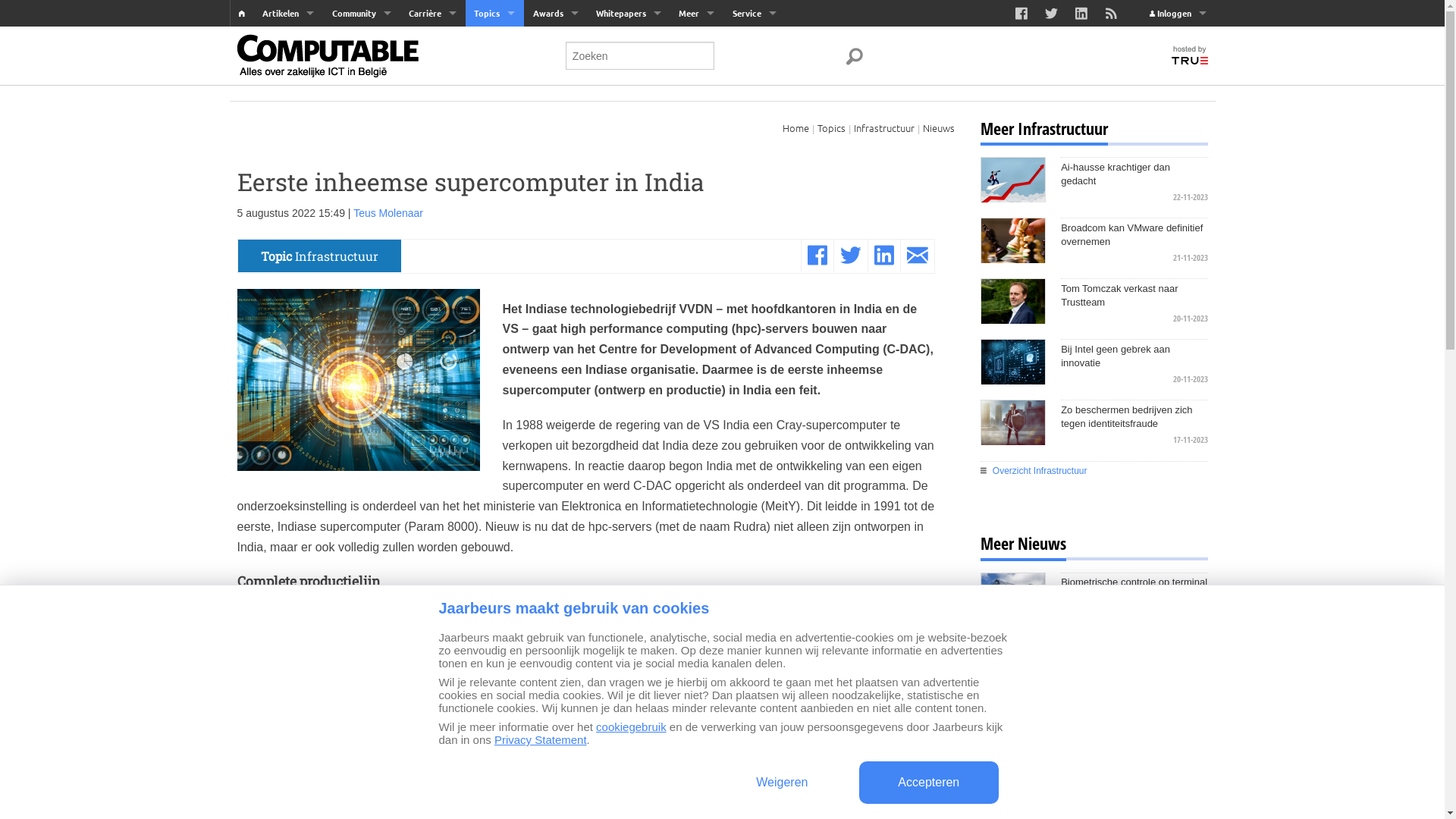 Image resolution: width=1456 pixels, height=819 pixels. I want to click on 'Overzicht Infrastructuur', so click(1093, 470).